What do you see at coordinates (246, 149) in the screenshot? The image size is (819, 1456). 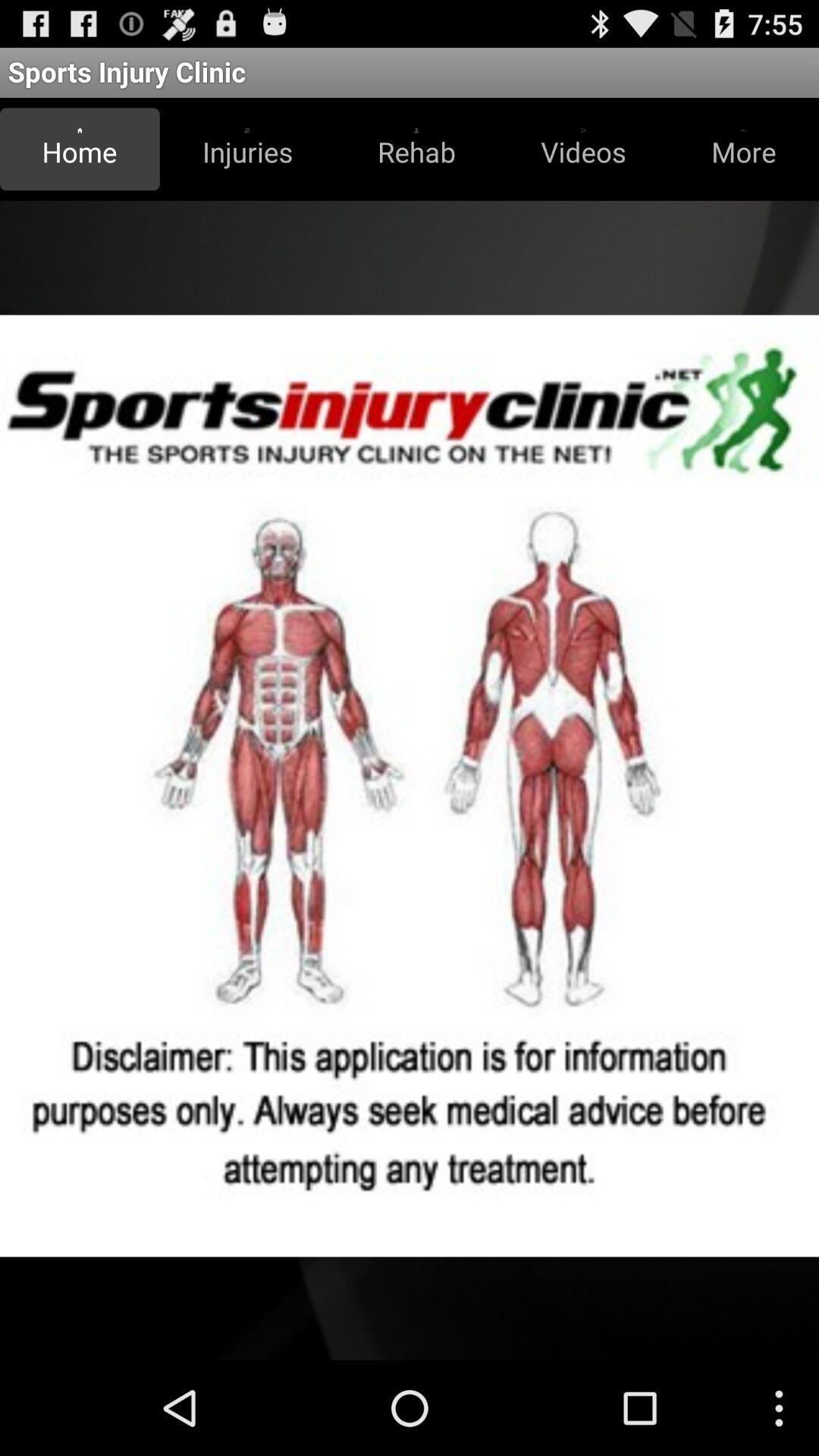 I see `item to the left of rehab` at bounding box center [246, 149].